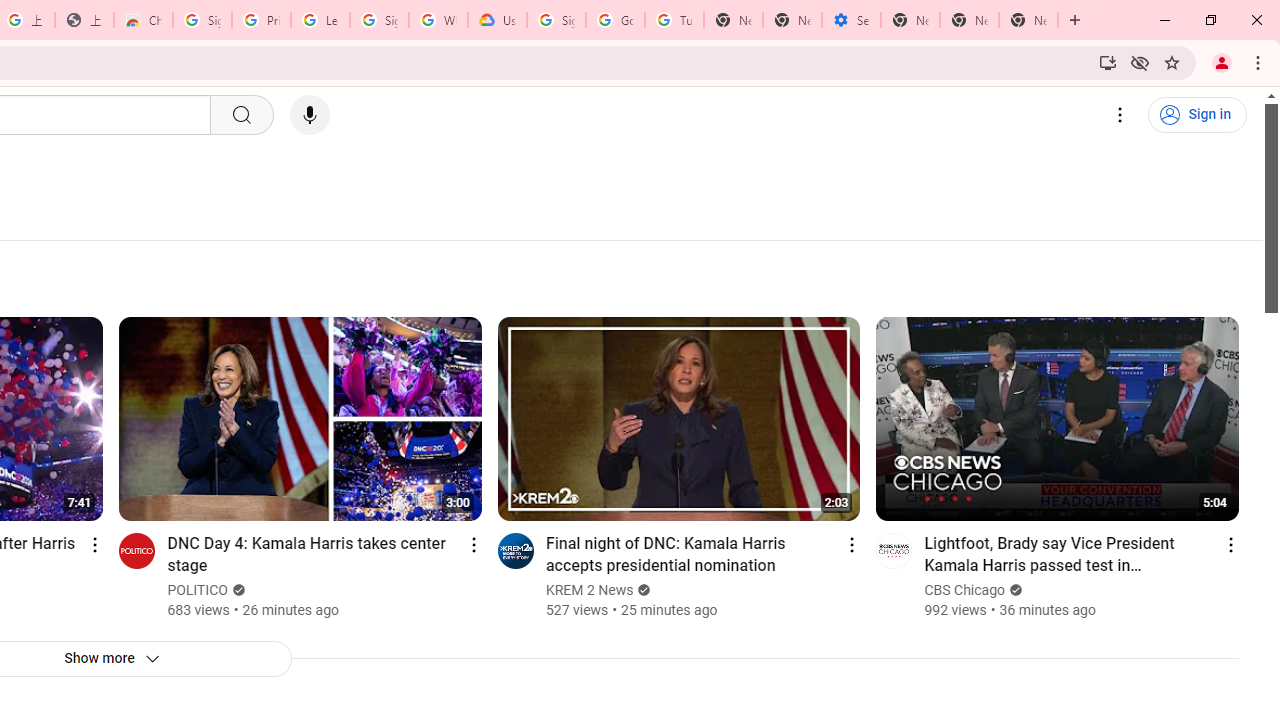 The height and width of the screenshot is (720, 1280). Describe the element at coordinates (308, 115) in the screenshot. I see `'Search with your voice'` at that location.